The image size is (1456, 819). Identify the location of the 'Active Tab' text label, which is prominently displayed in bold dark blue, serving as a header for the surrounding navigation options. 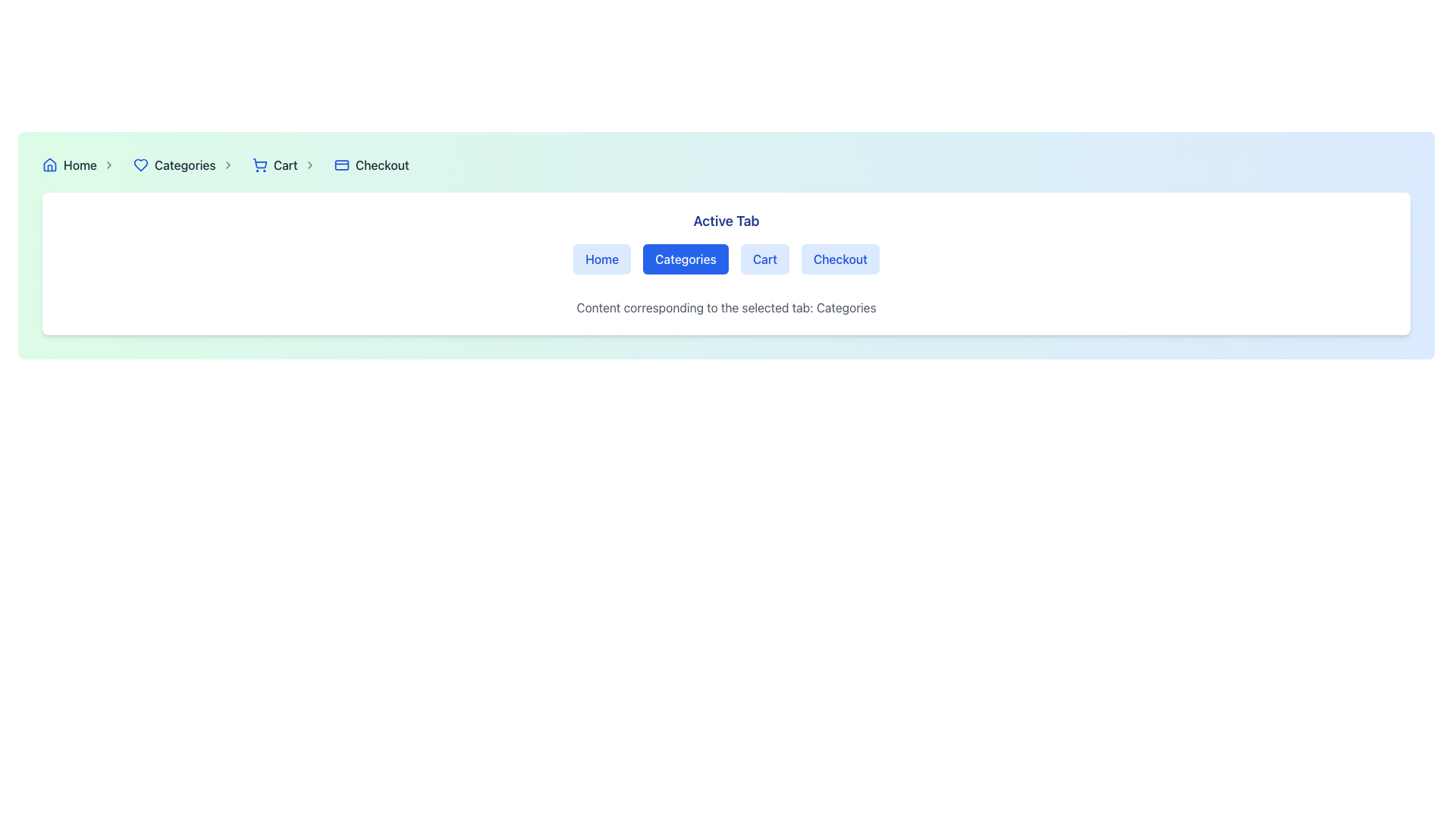
(726, 221).